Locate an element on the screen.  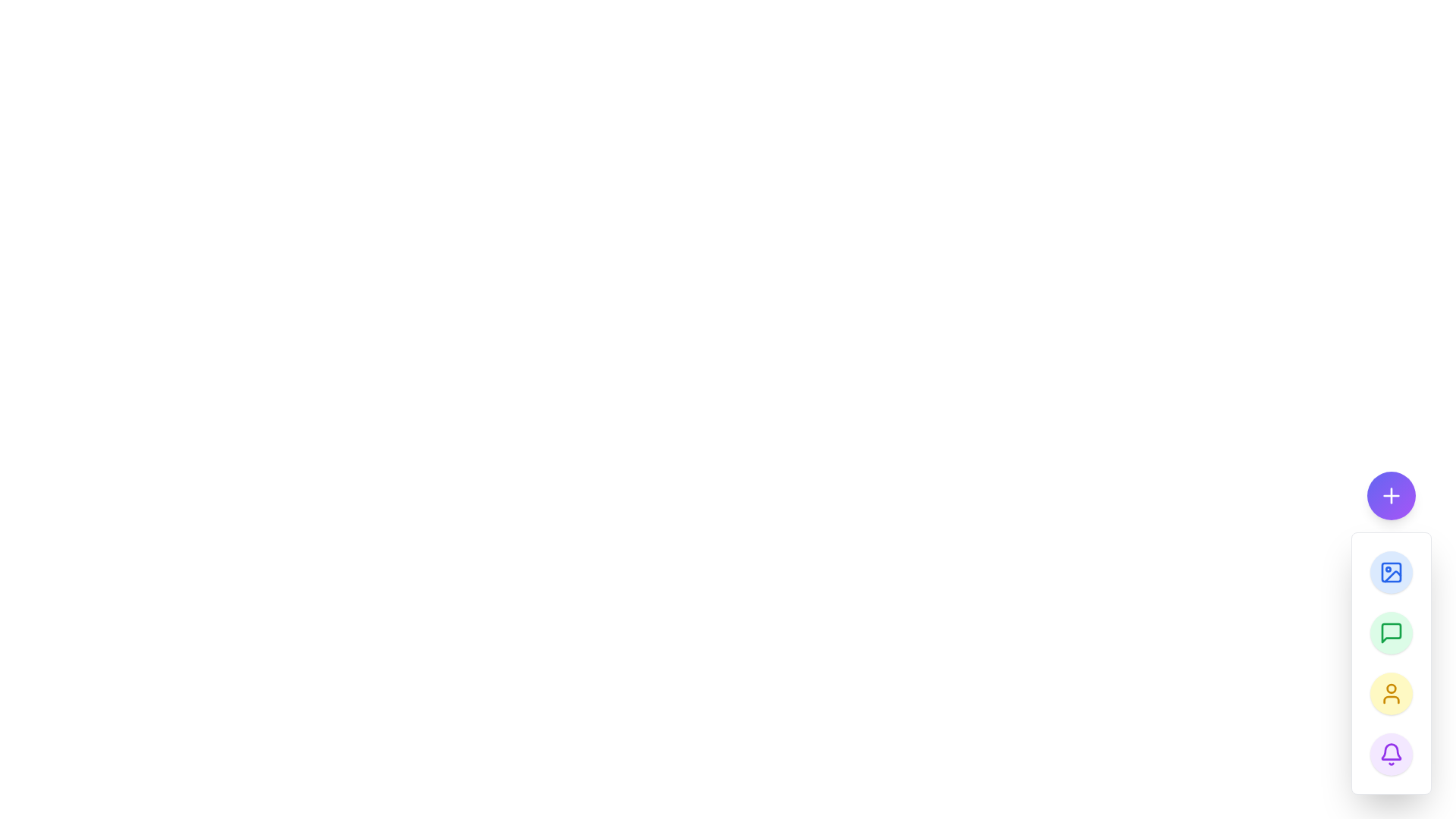
the bell-shaped icon with a purple outline within the circular purple button is located at coordinates (1391, 755).